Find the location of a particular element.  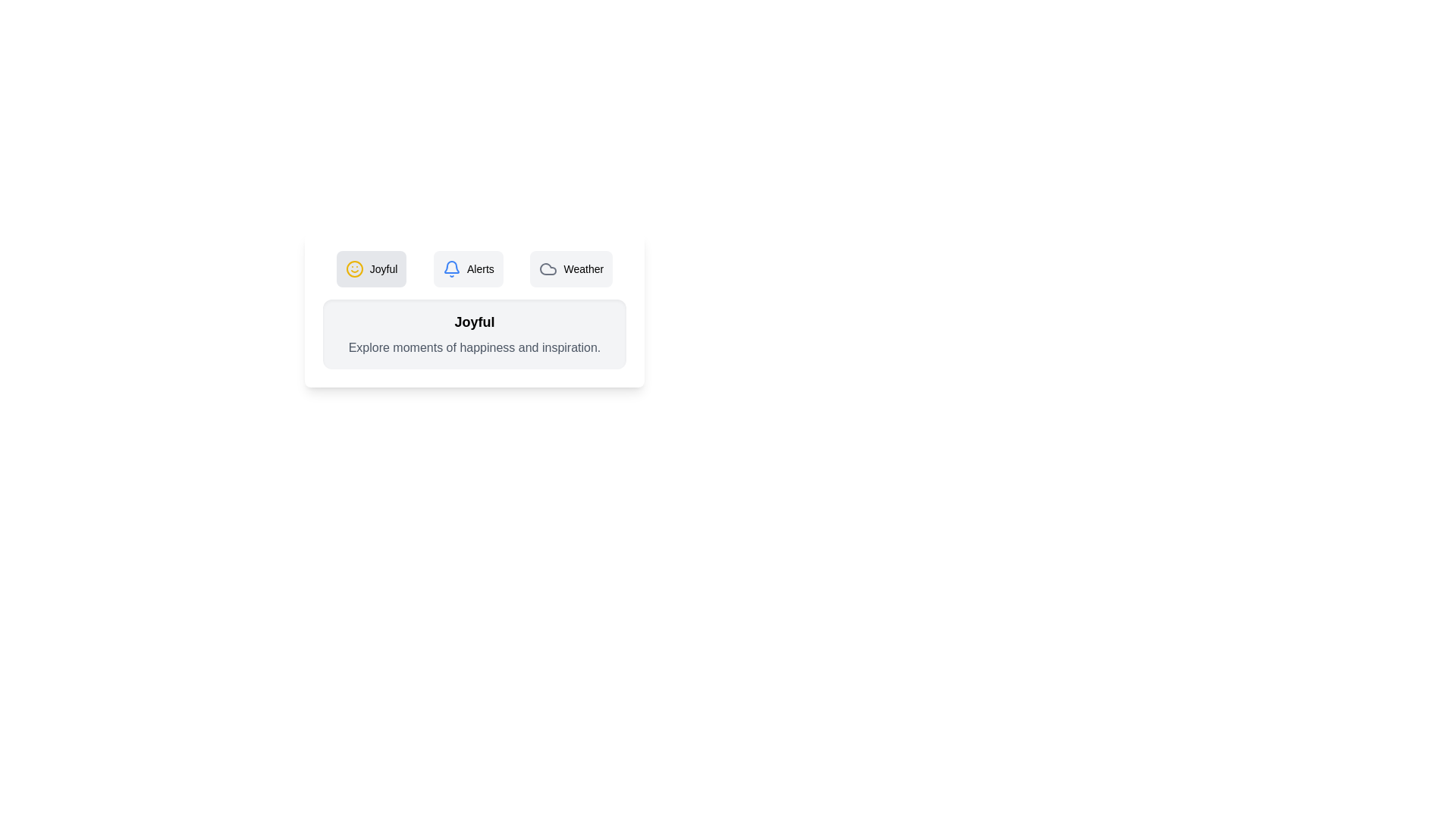

the Alerts tab to observe visual feedback is located at coordinates (467, 268).